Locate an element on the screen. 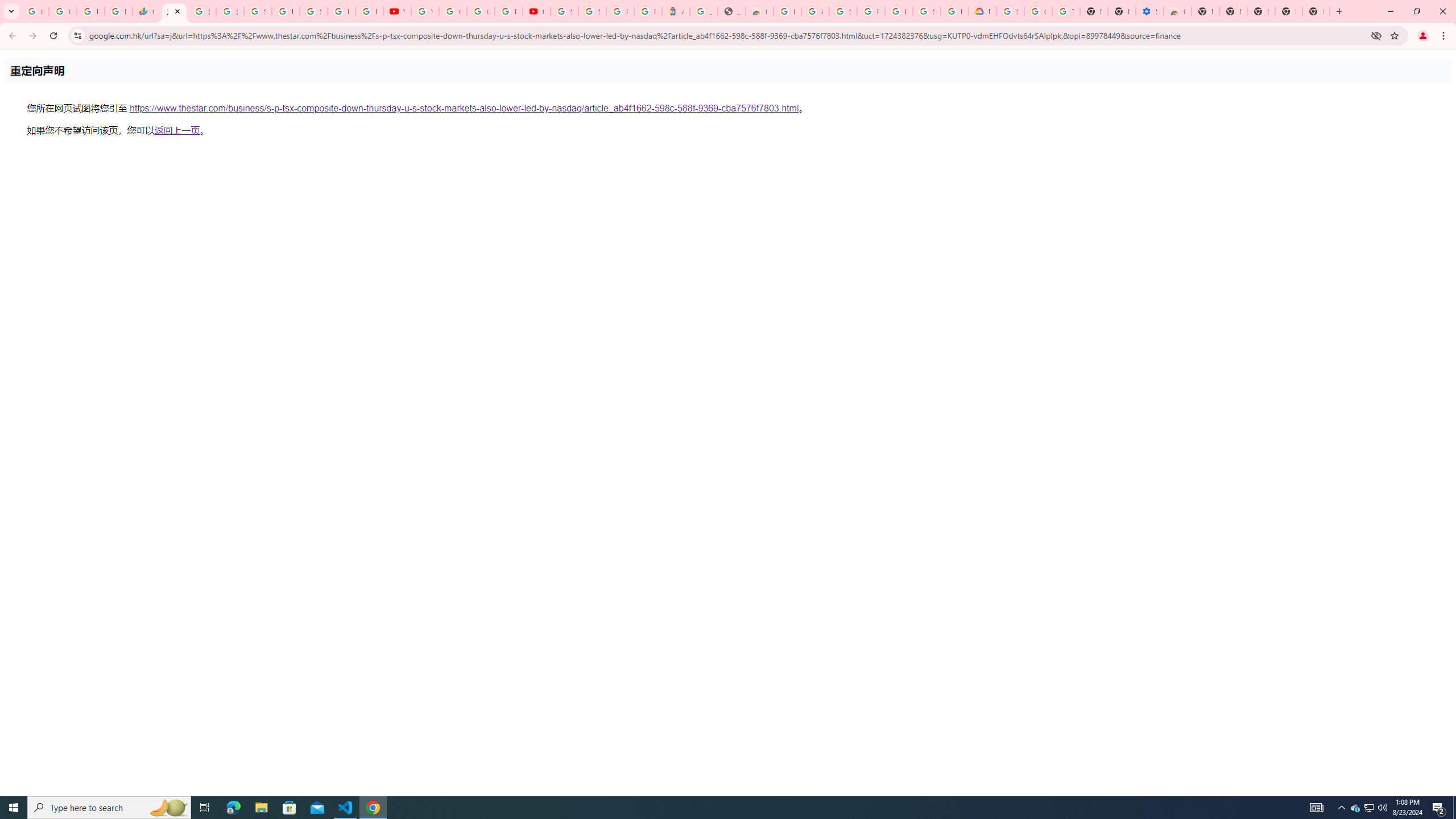 This screenshot has height=819, width=1456. 'Settings - Accessibility' is located at coordinates (1149, 11).